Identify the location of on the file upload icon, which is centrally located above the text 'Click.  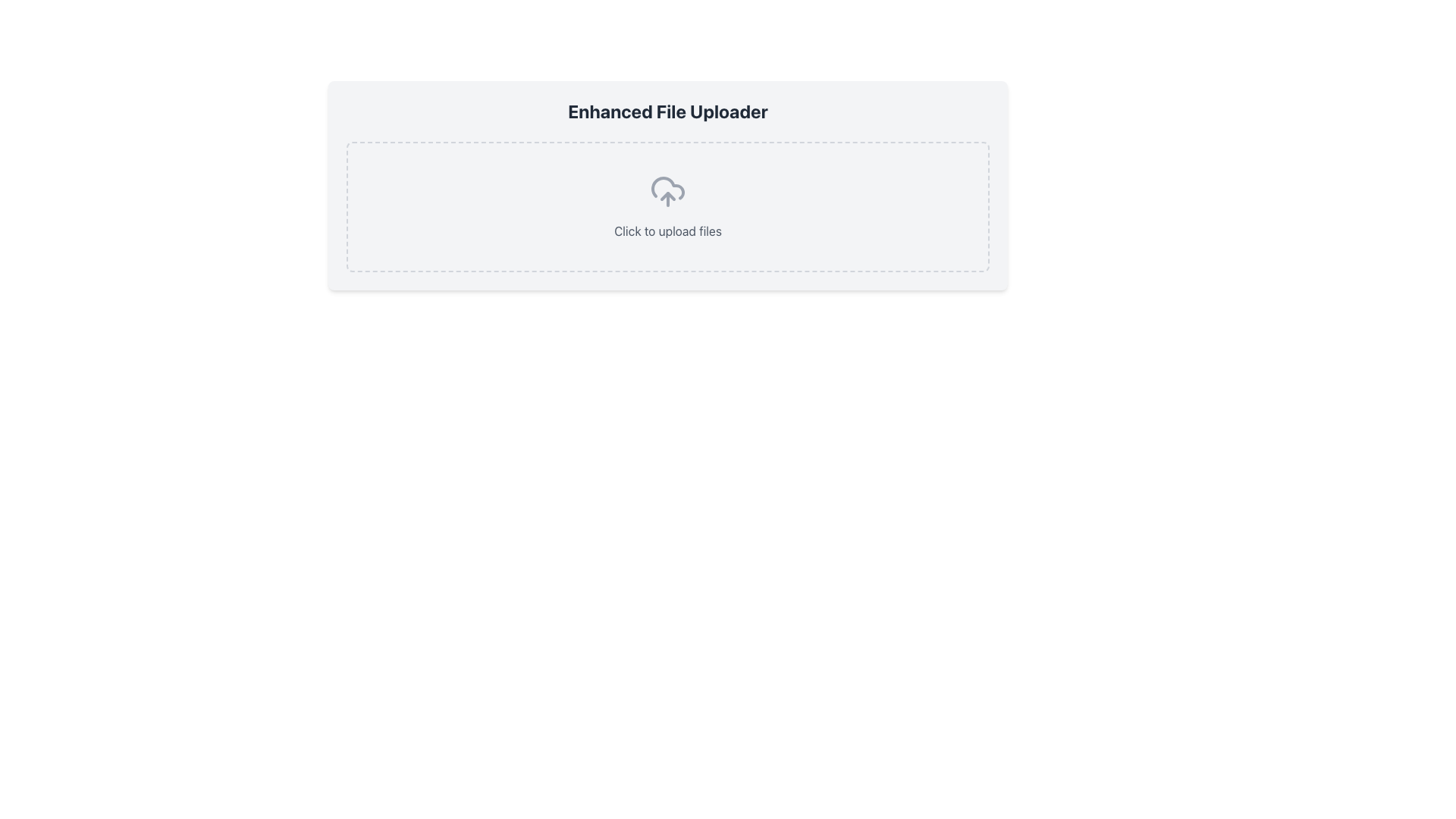
(667, 191).